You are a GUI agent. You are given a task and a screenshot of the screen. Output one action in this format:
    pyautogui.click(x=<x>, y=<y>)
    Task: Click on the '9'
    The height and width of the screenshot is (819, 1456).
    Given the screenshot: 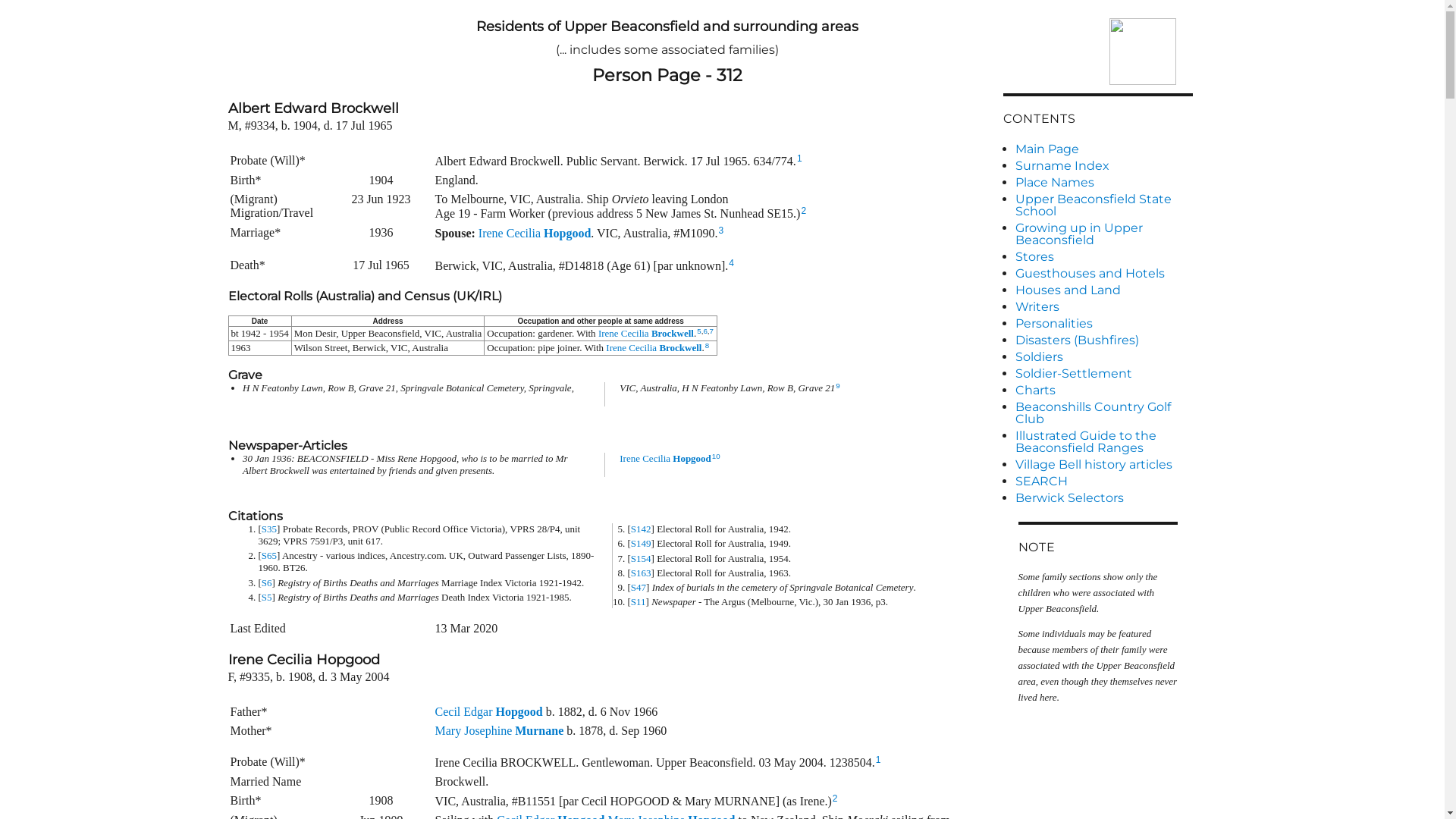 What is the action you would take?
    pyautogui.click(x=836, y=384)
    